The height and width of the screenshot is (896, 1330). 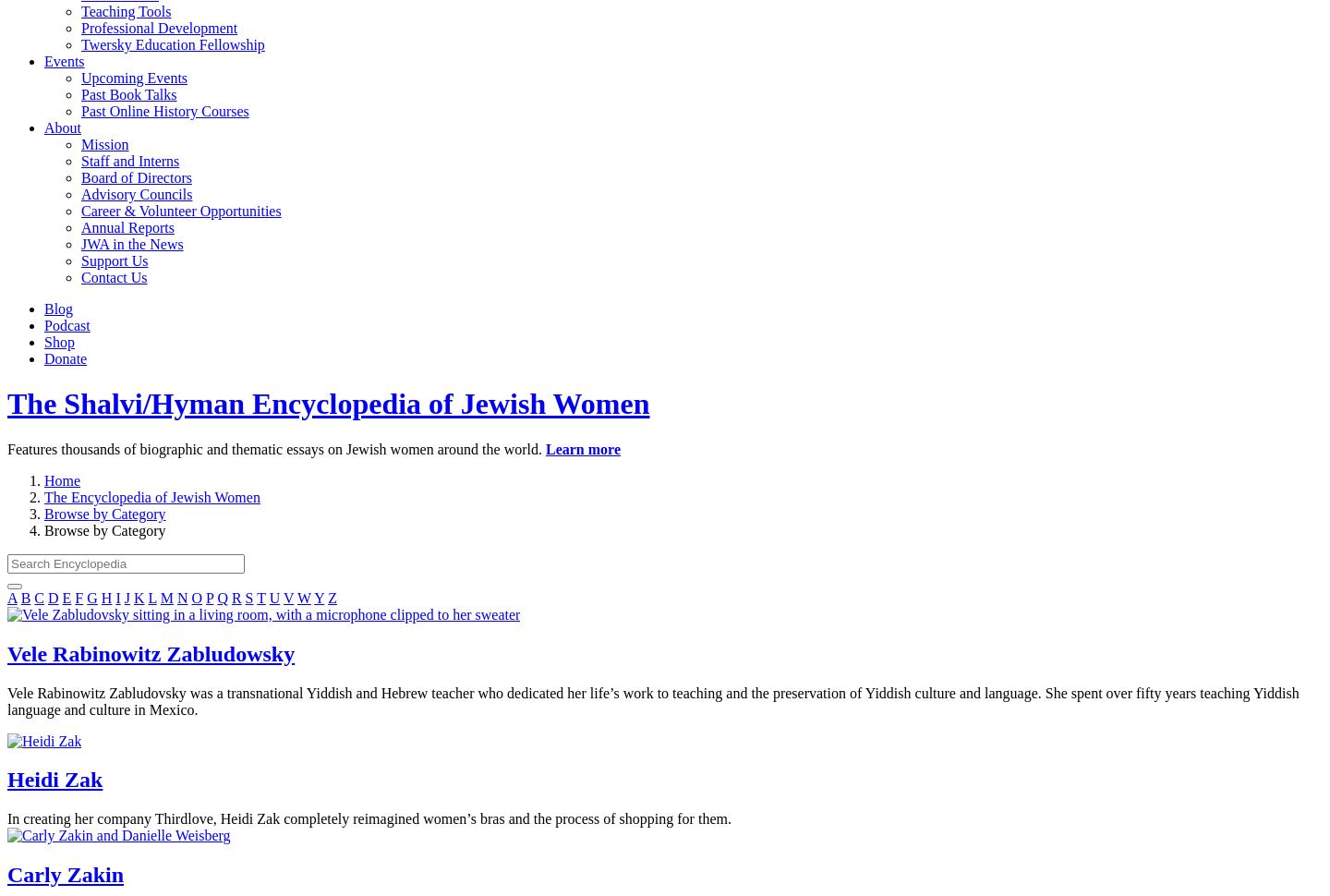 What do you see at coordinates (235, 596) in the screenshot?
I see `'R'` at bounding box center [235, 596].